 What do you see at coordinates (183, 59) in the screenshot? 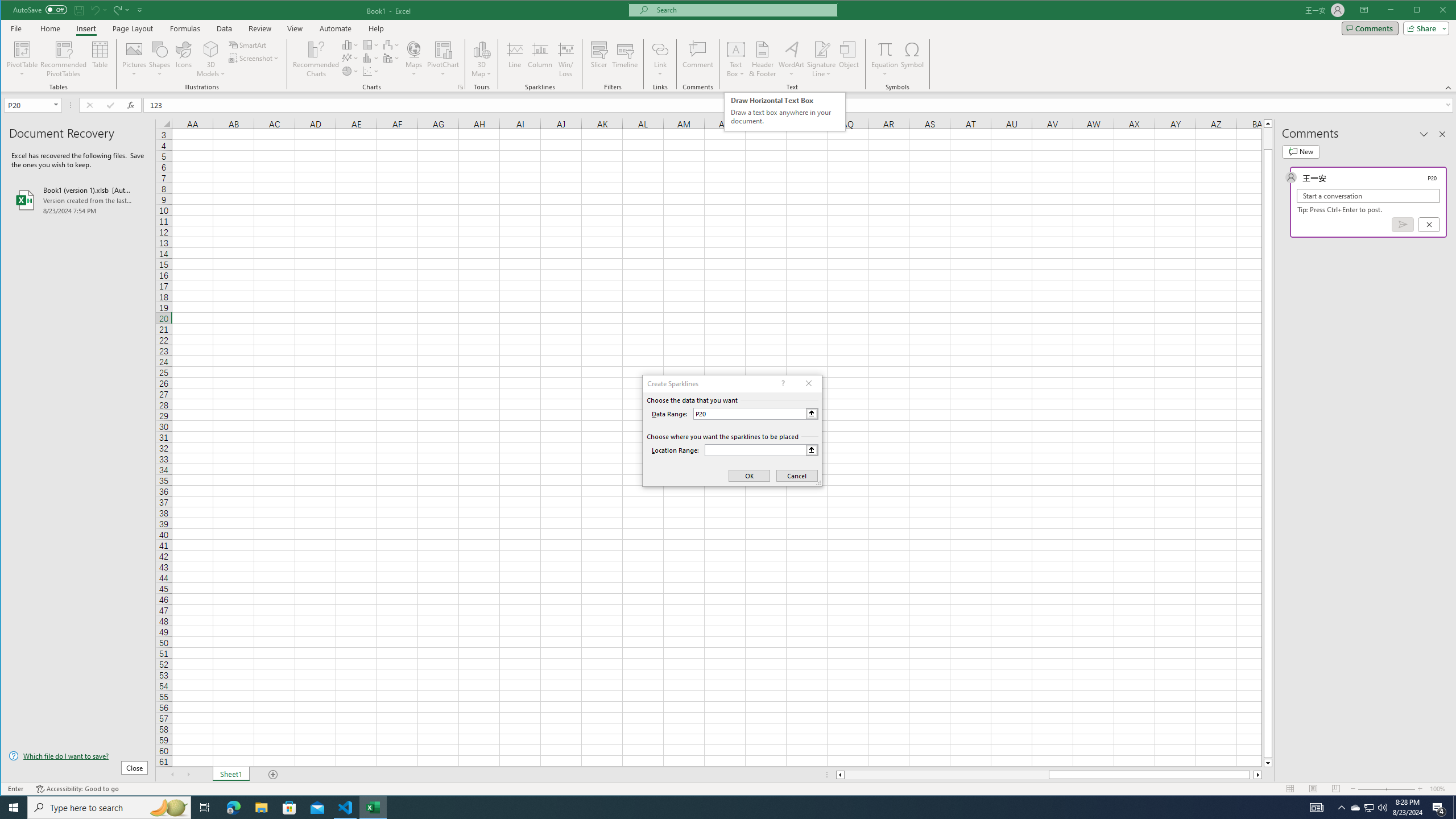
I see `'Icons'` at bounding box center [183, 59].